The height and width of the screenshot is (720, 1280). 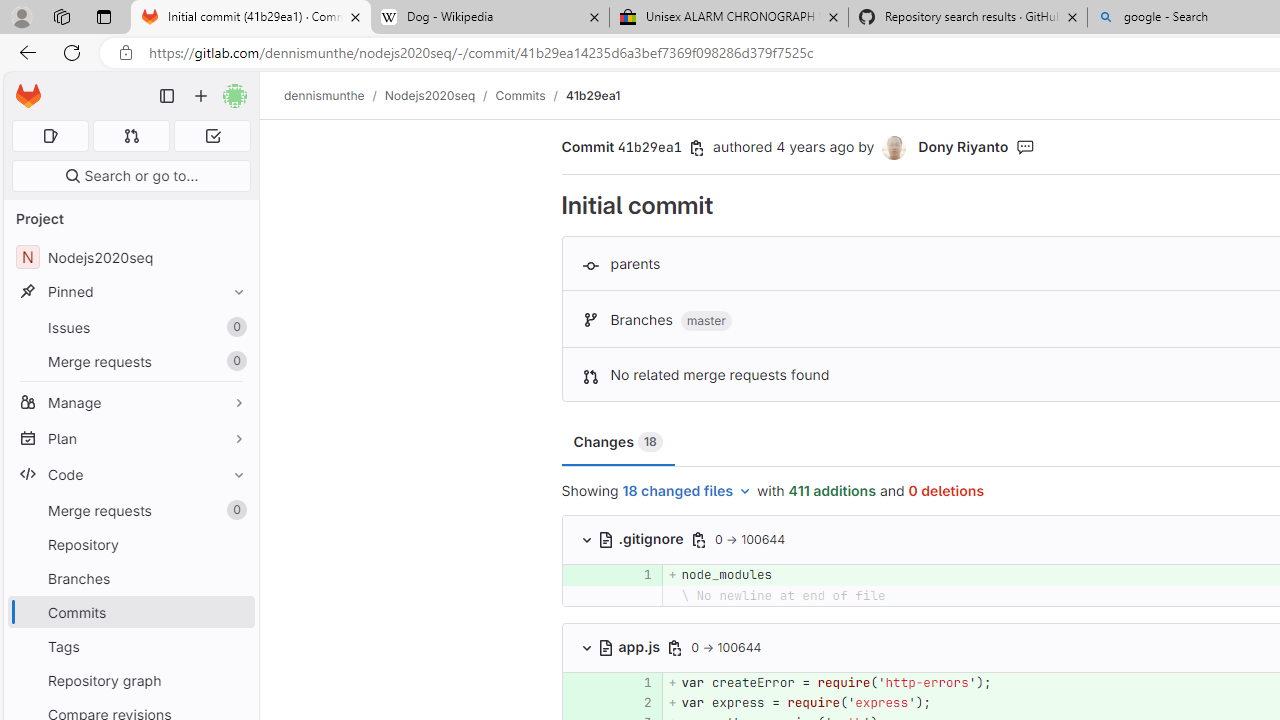 I want to click on 'Add a comment to this line', so click(x=561, y=701).